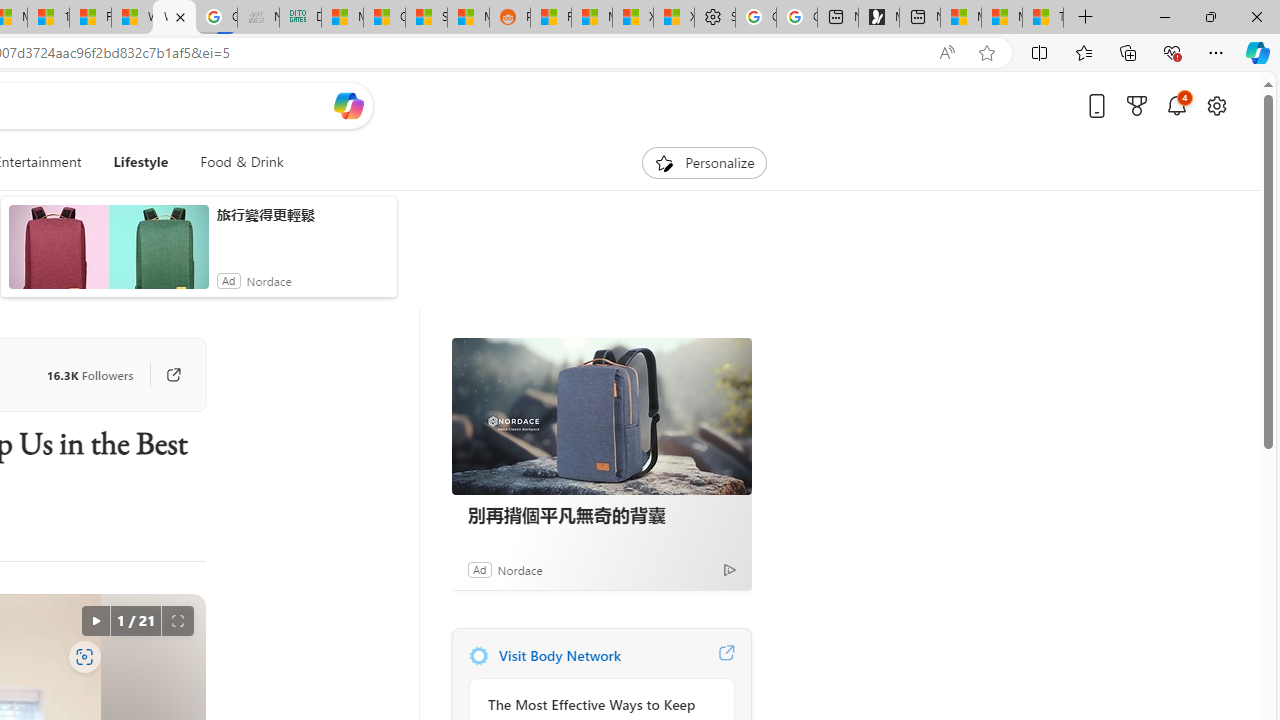  What do you see at coordinates (725, 655) in the screenshot?
I see `'Visit Body Network website'` at bounding box center [725, 655].